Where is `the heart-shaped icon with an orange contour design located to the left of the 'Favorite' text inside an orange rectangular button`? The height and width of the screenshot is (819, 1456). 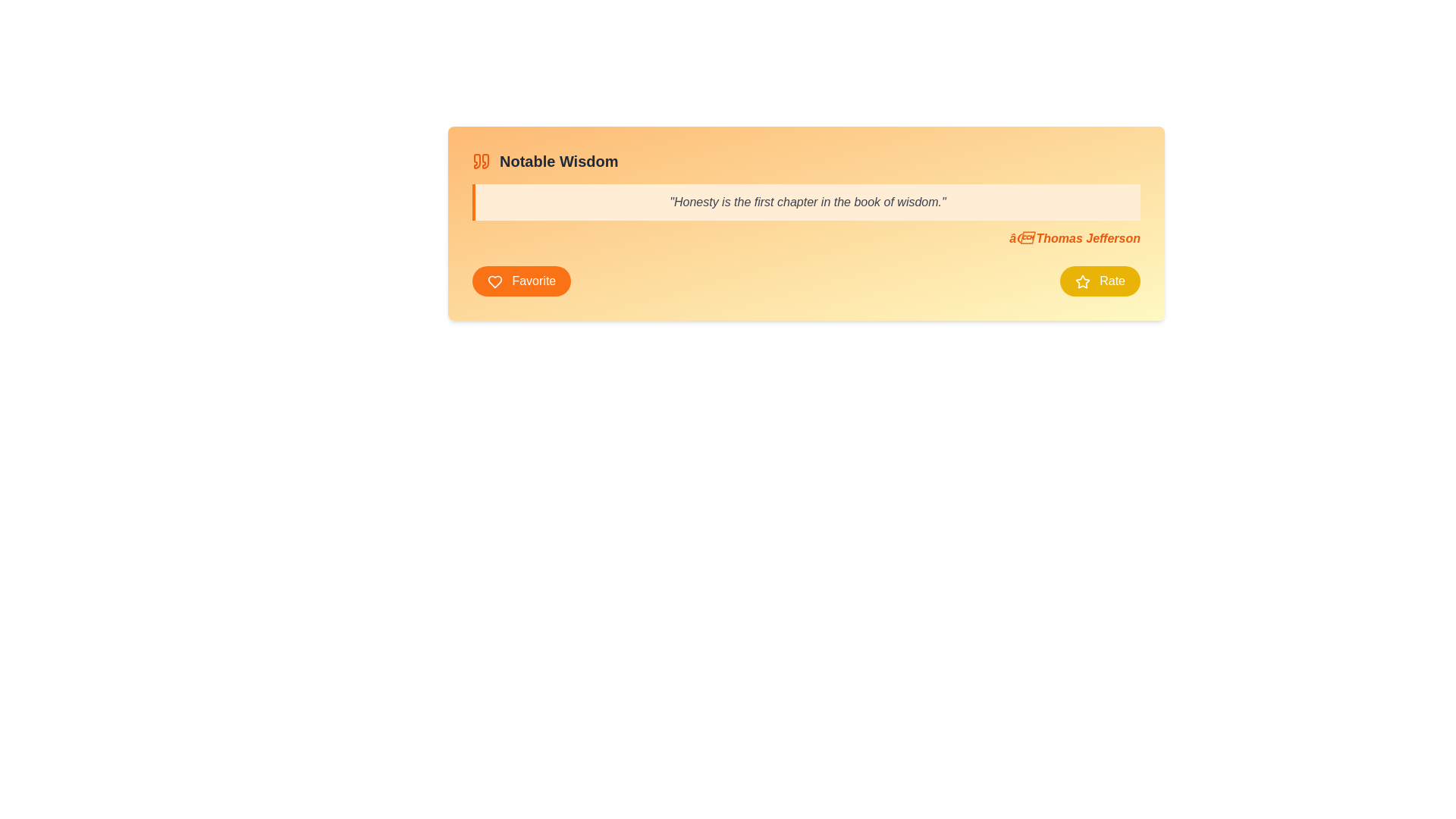
the heart-shaped icon with an orange contour design located to the left of the 'Favorite' text inside an orange rectangular button is located at coordinates (494, 281).